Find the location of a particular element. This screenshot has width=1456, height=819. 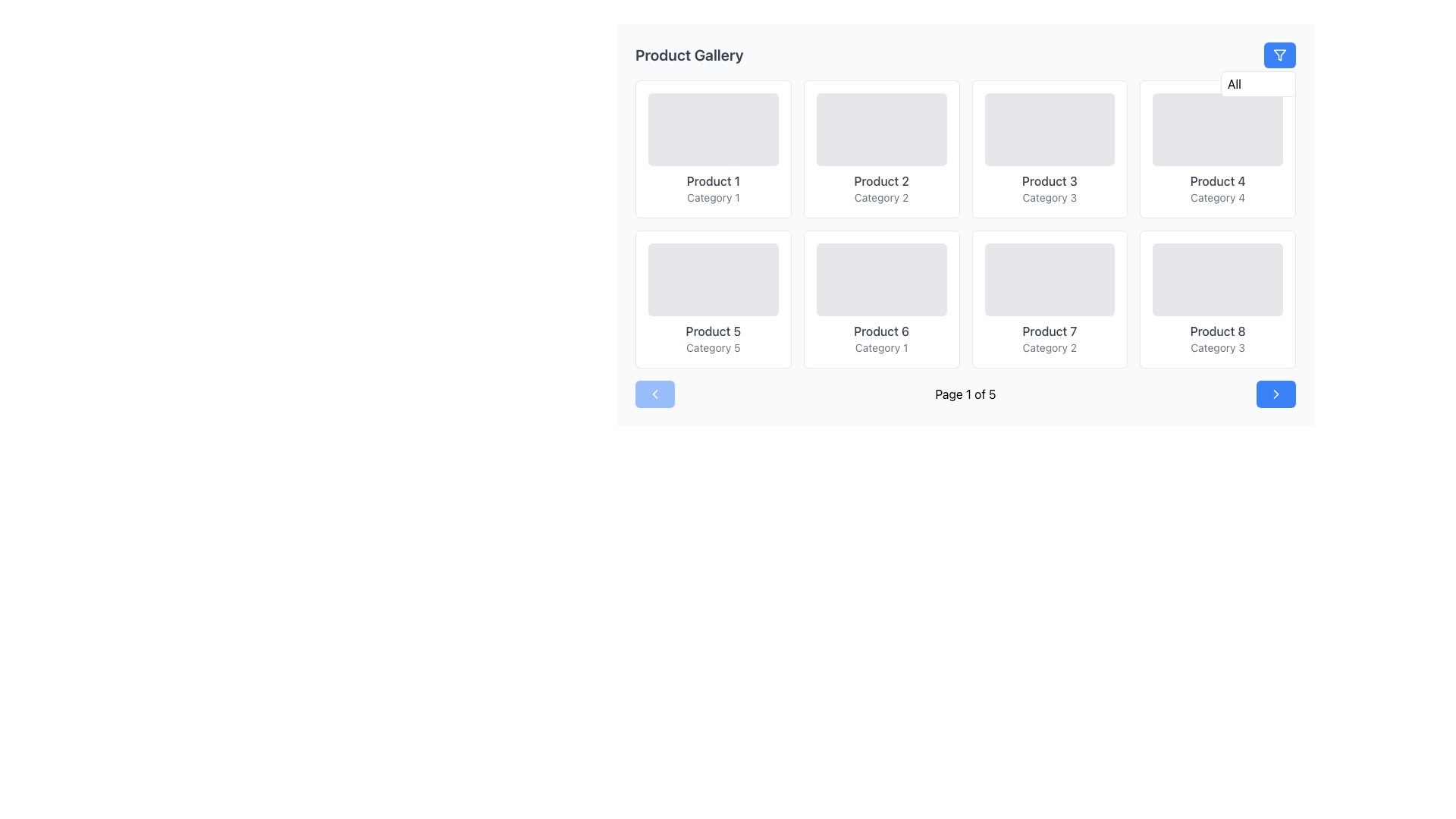

the text label displaying 'Page 1 of 5', which is centered at the bottom of the pagination control for the gallery is located at coordinates (965, 394).